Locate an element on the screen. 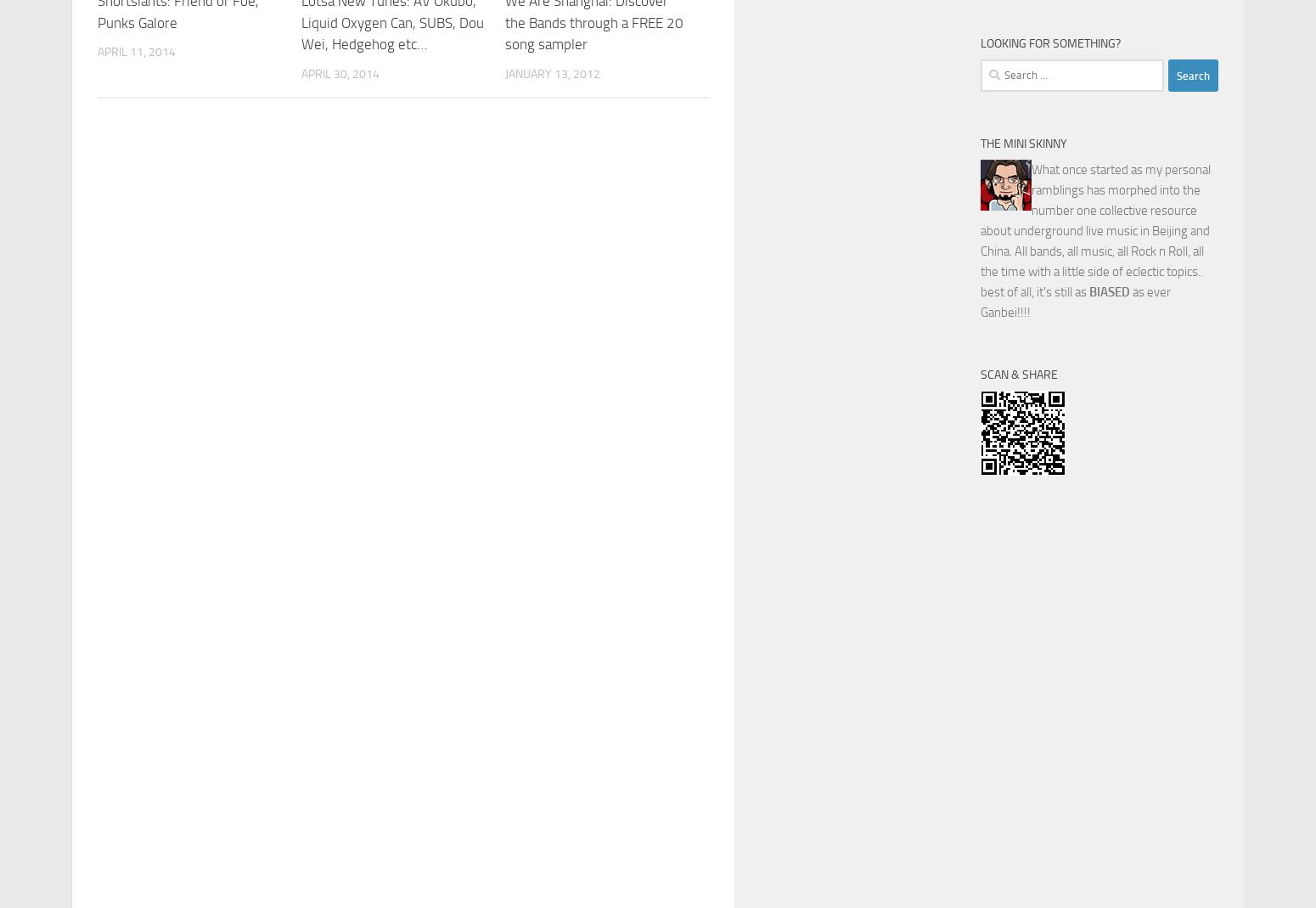 The width and height of the screenshot is (1316, 908). 'What once started as my personal ramblings has morphed into the number one collective resource about underground live music in Beijing and China. All bands, all music, all Rock n Roll, all the time with a little side of eclectic topics.. best of all, it's still as' is located at coordinates (980, 229).